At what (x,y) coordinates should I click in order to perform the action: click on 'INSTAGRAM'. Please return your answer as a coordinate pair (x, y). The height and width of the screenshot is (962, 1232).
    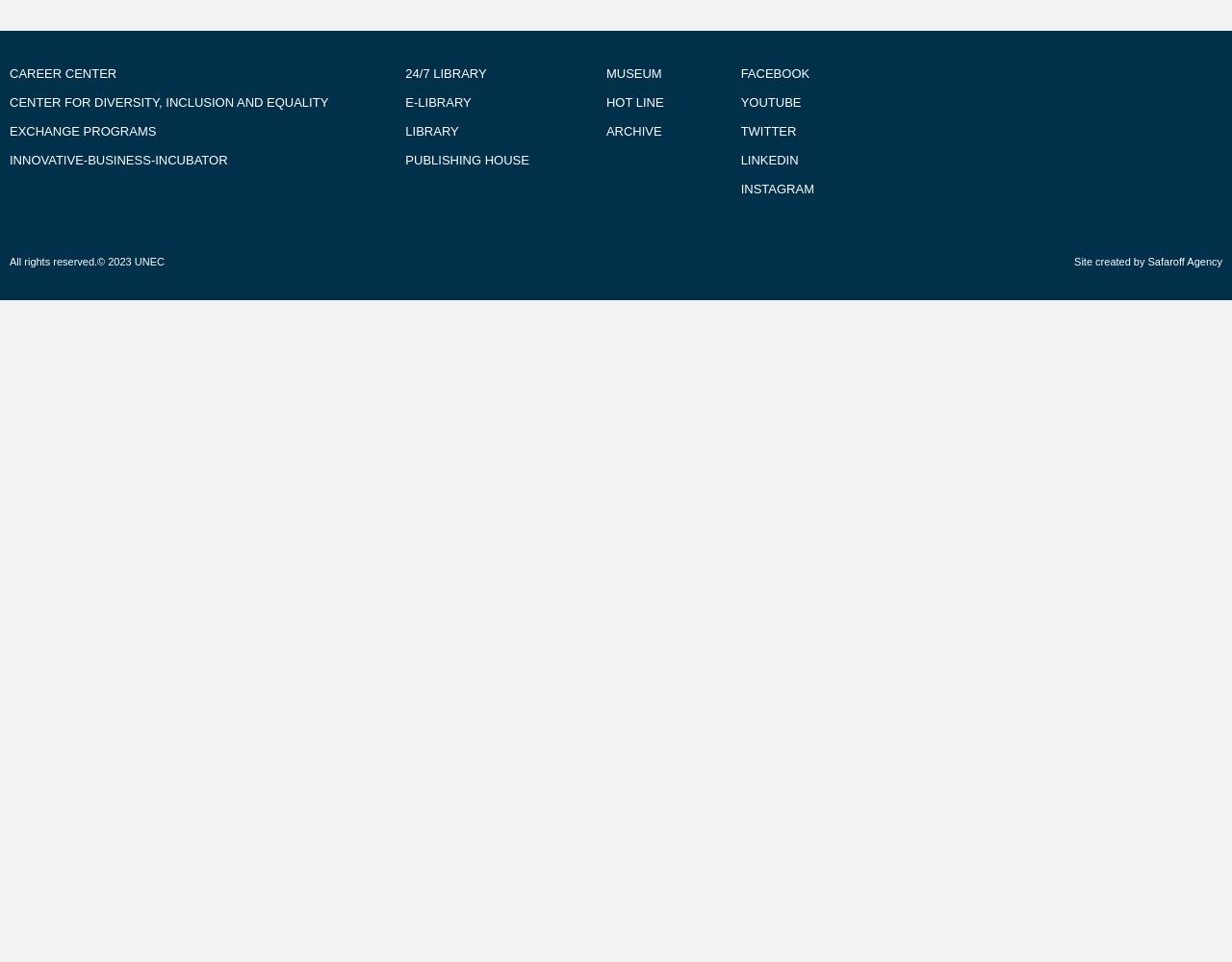
    Looking at the image, I should click on (777, 188).